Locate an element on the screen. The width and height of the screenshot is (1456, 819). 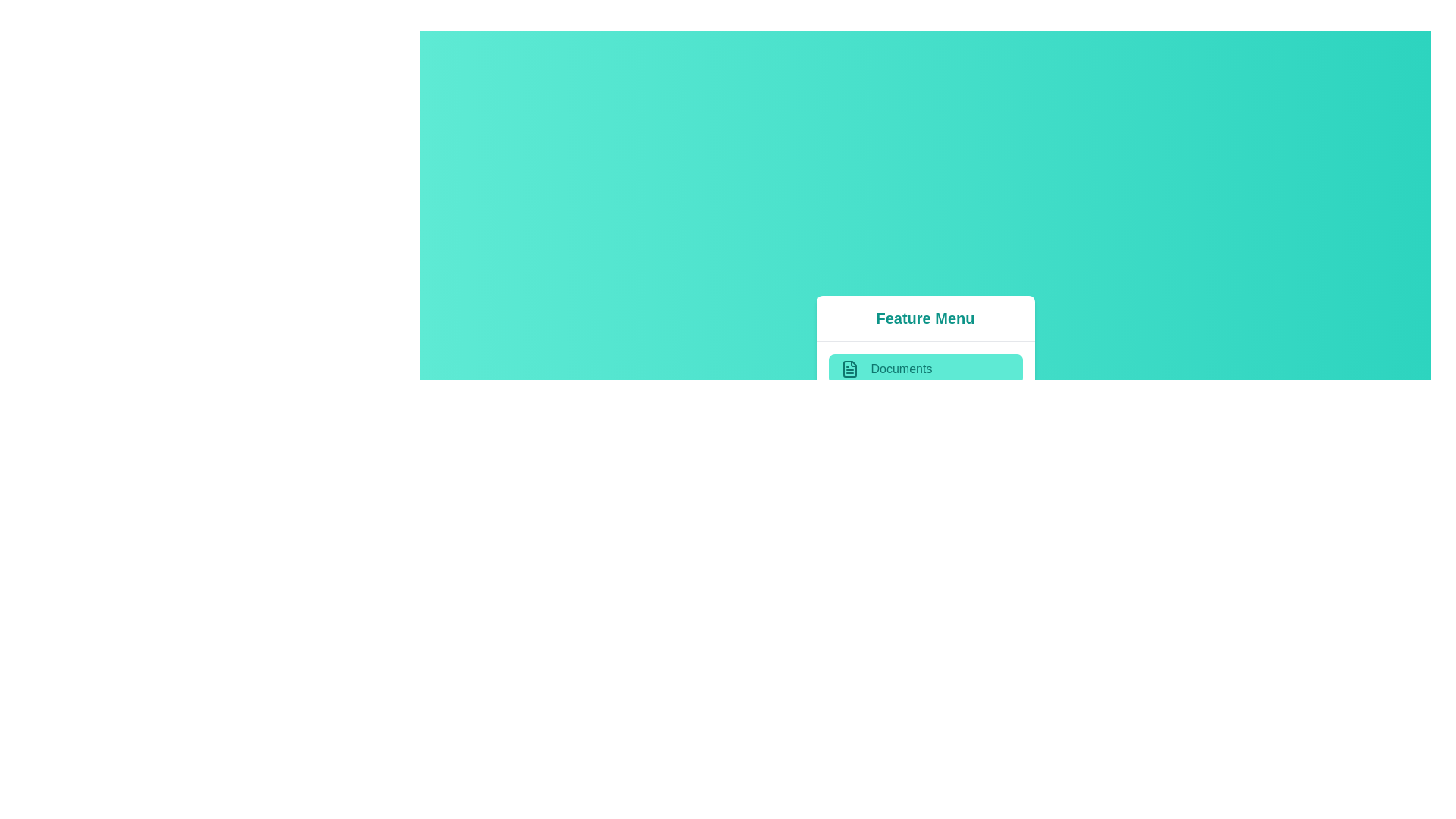
the 'Feature Menu' text label by using the context of the section title, which is centrally positioned in the header section of the UI is located at coordinates (924, 318).